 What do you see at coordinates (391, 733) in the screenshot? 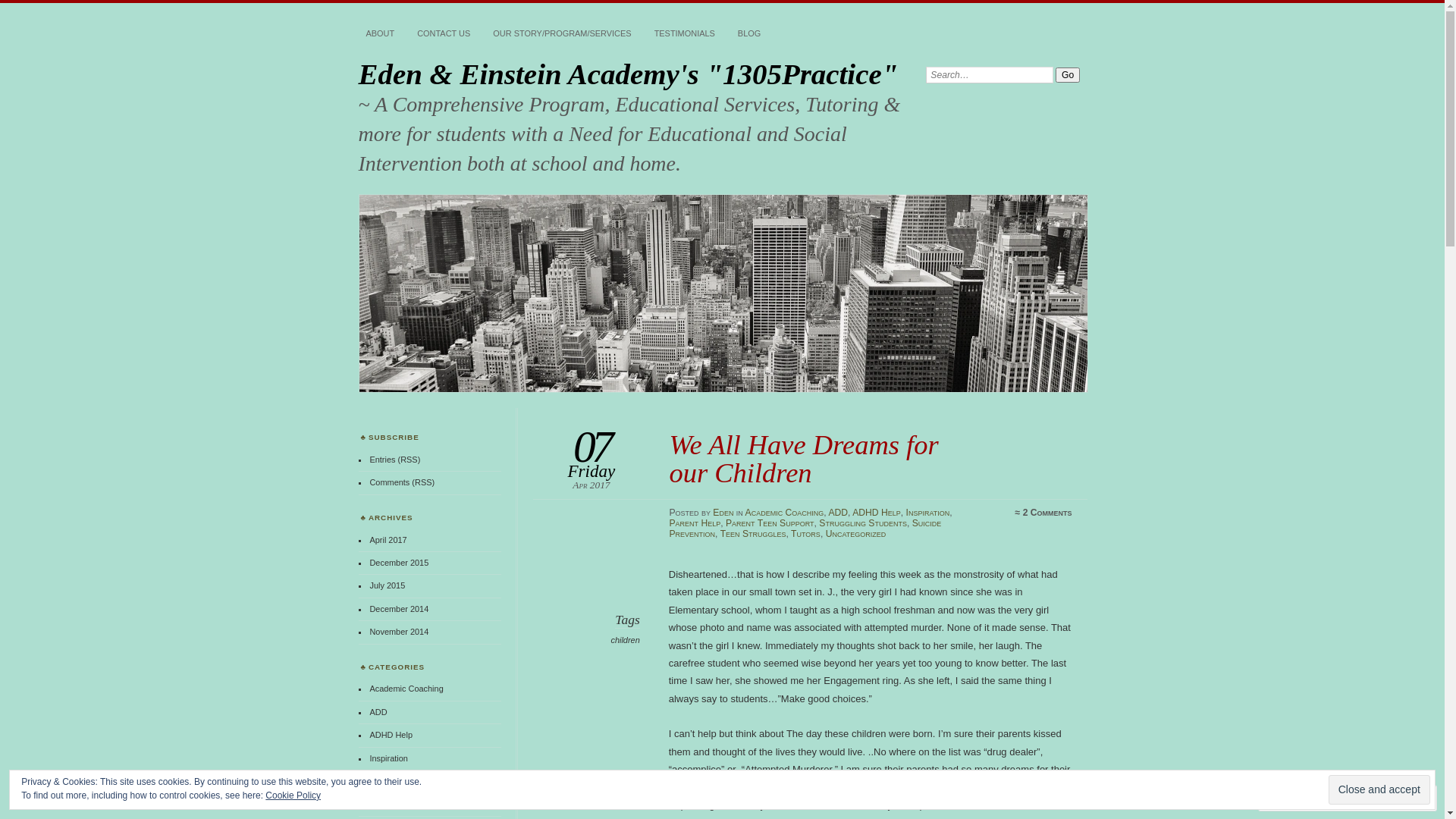
I see `'ADHD Help'` at bounding box center [391, 733].